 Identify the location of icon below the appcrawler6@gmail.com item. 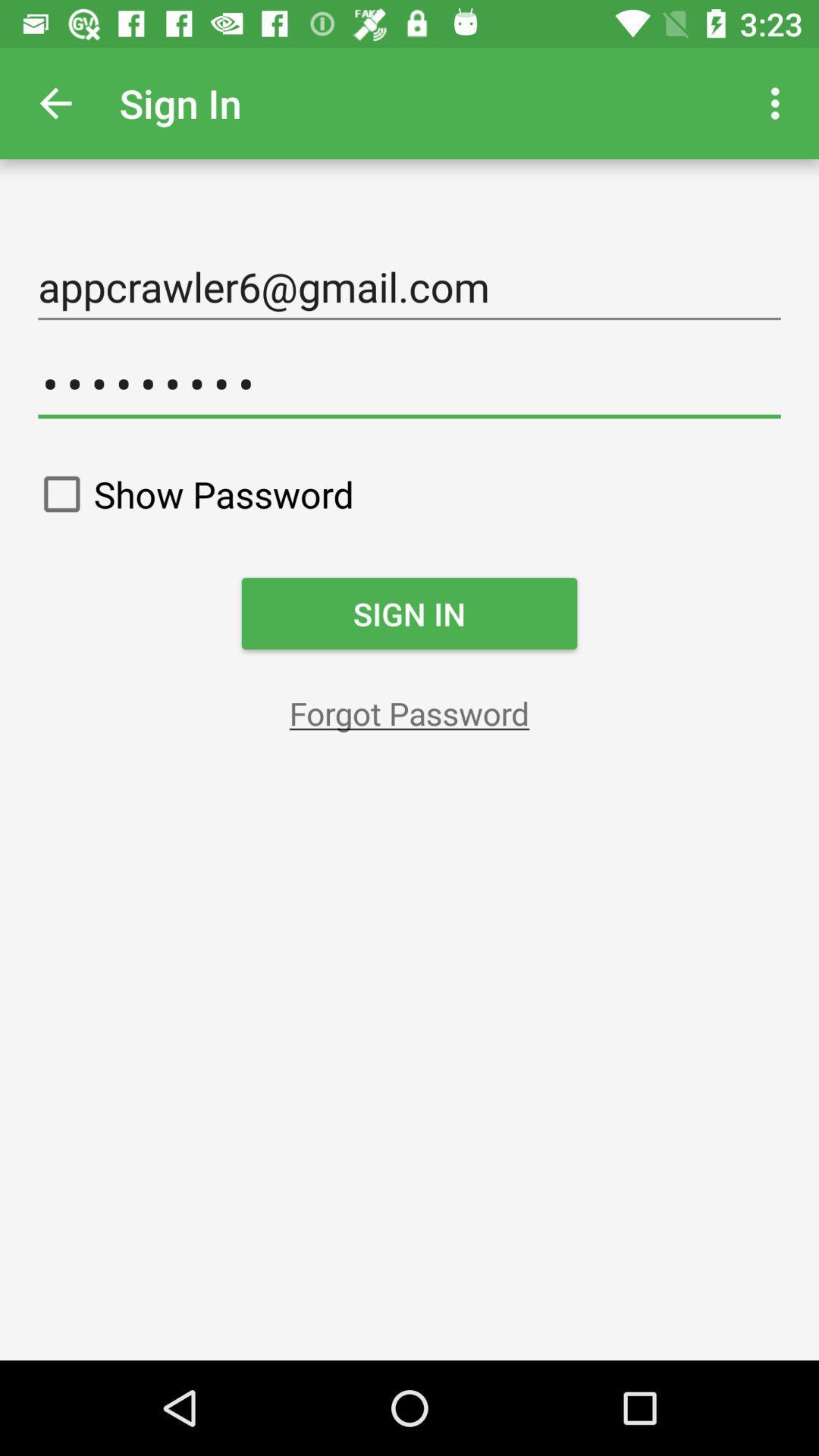
(409, 384).